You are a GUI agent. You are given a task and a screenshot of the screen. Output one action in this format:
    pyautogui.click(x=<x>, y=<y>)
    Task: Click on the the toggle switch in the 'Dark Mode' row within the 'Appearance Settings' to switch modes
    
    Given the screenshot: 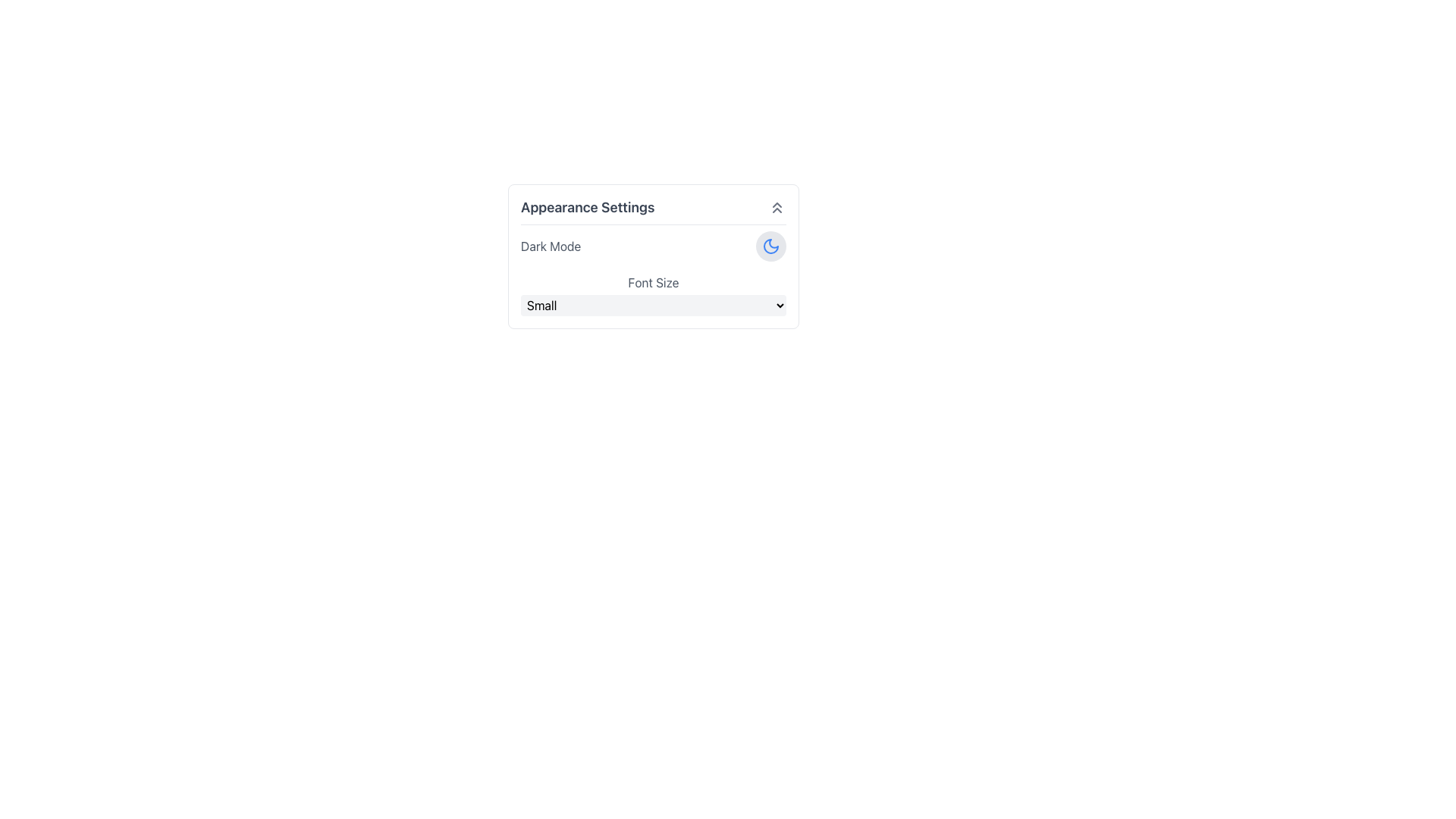 What is the action you would take?
    pyautogui.click(x=654, y=245)
    